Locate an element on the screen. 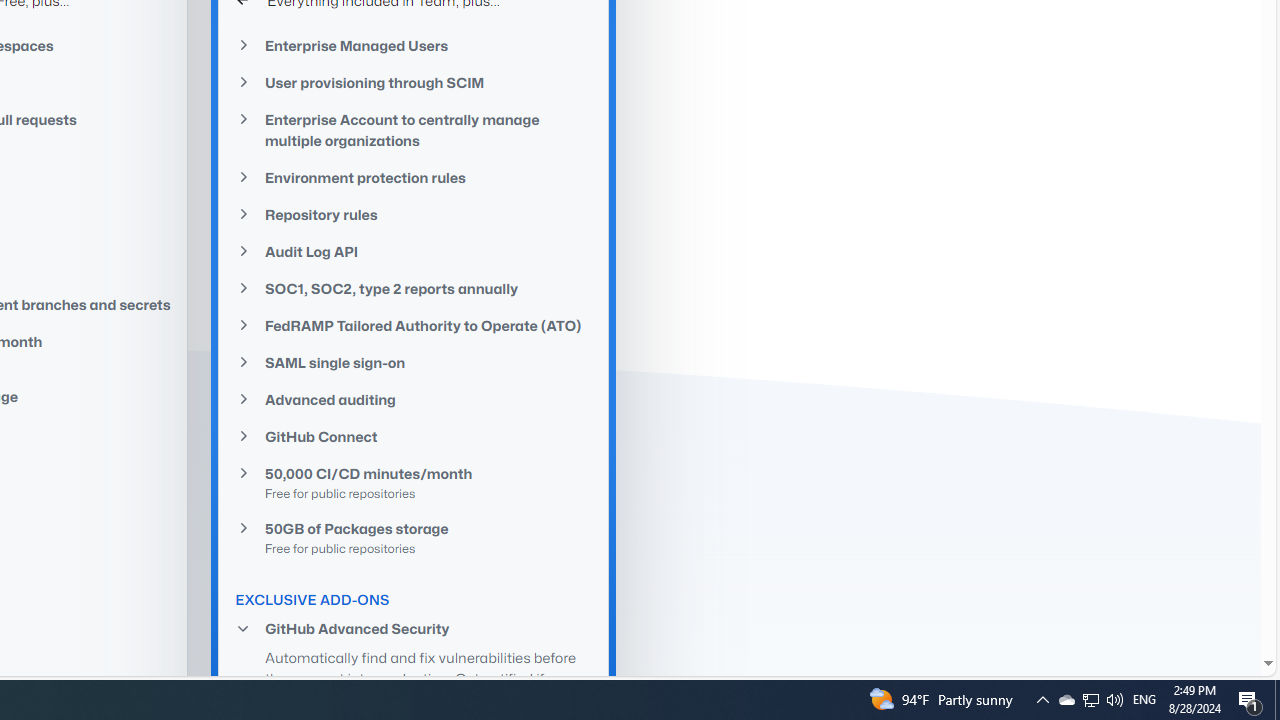 The width and height of the screenshot is (1280, 720). '50,000 CI/CD minutes/monthFree for public repositories' is located at coordinates (413, 482).